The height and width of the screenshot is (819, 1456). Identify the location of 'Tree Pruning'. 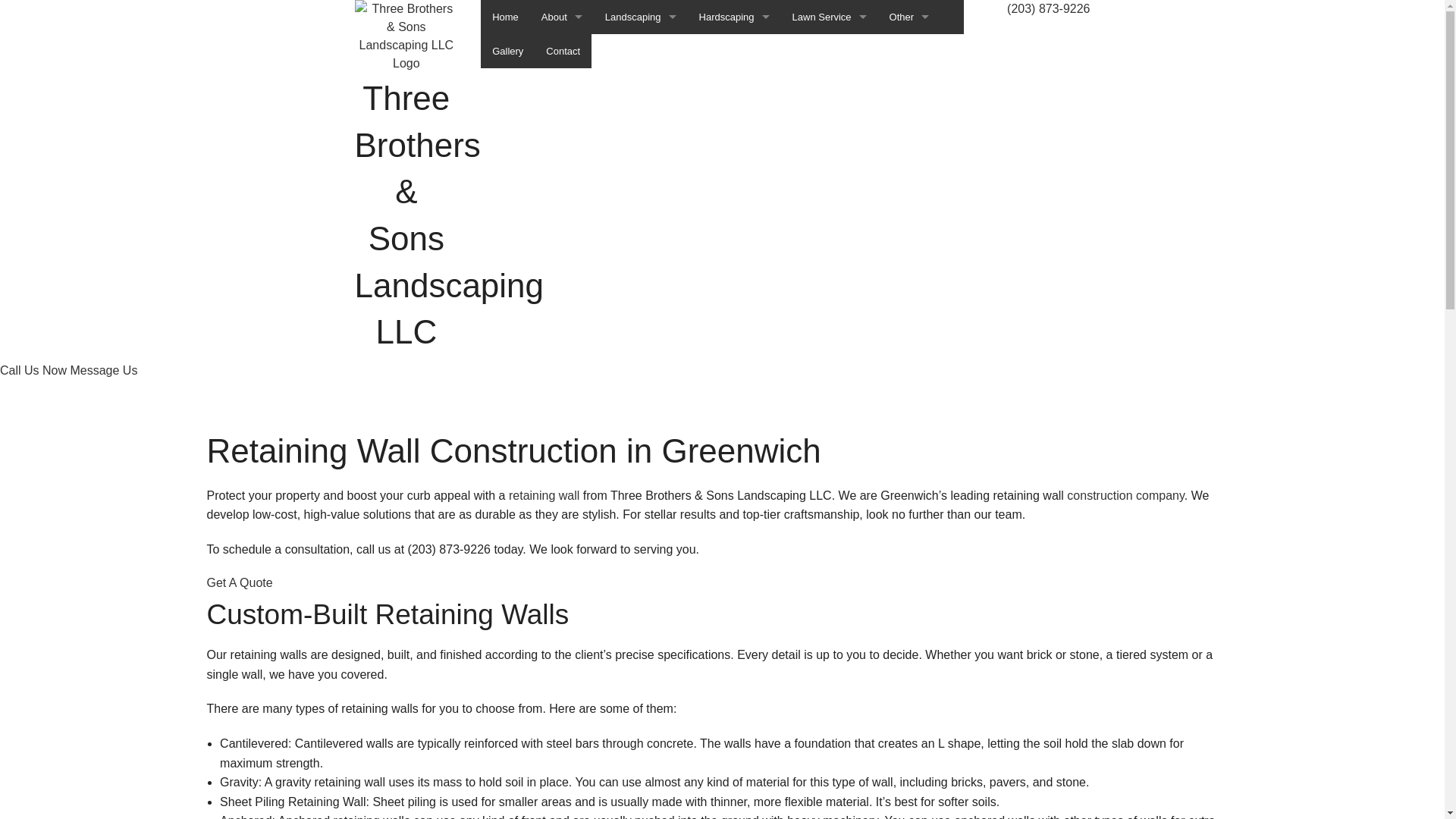
(909, 358).